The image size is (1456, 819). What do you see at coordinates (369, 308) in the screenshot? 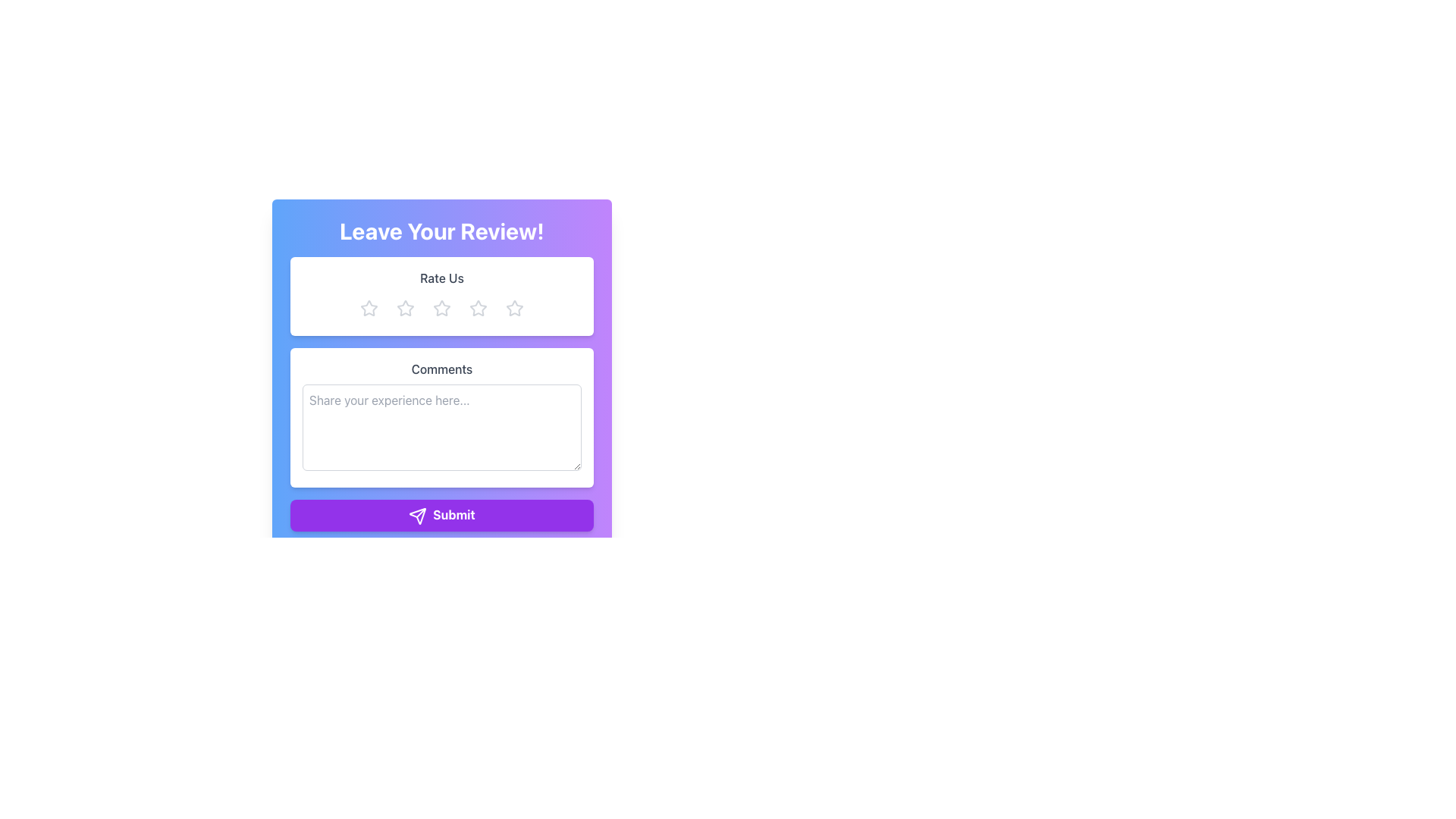
I see `the first star rating button in the 'Rate Us' section` at bounding box center [369, 308].